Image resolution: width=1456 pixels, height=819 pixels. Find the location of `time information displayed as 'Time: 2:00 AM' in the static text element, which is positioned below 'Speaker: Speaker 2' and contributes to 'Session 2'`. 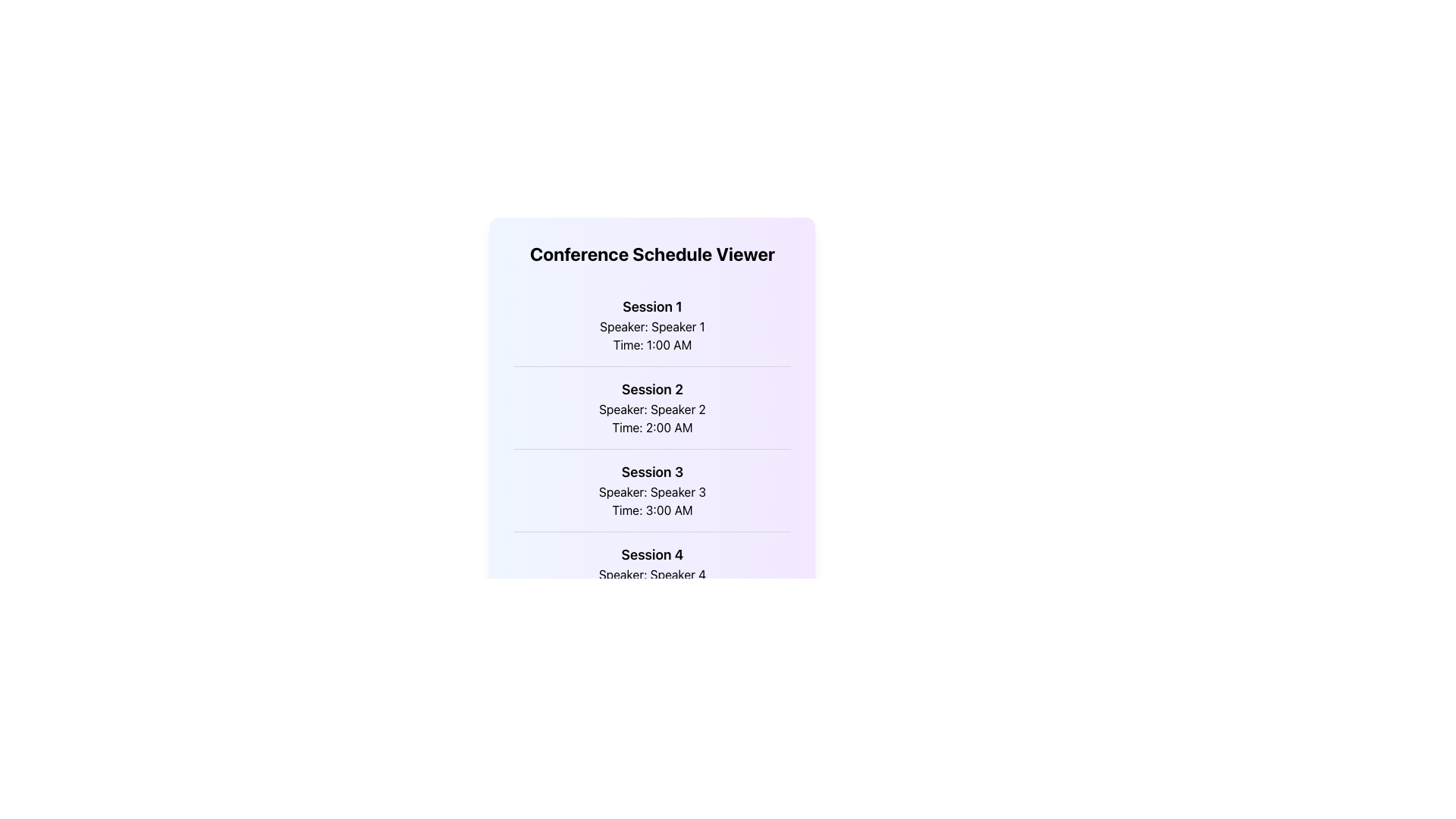

time information displayed as 'Time: 2:00 AM' in the static text element, which is positioned below 'Speaker: Speaker 2' and contributes to 'Session 2' is located at coordinates (652, 427).